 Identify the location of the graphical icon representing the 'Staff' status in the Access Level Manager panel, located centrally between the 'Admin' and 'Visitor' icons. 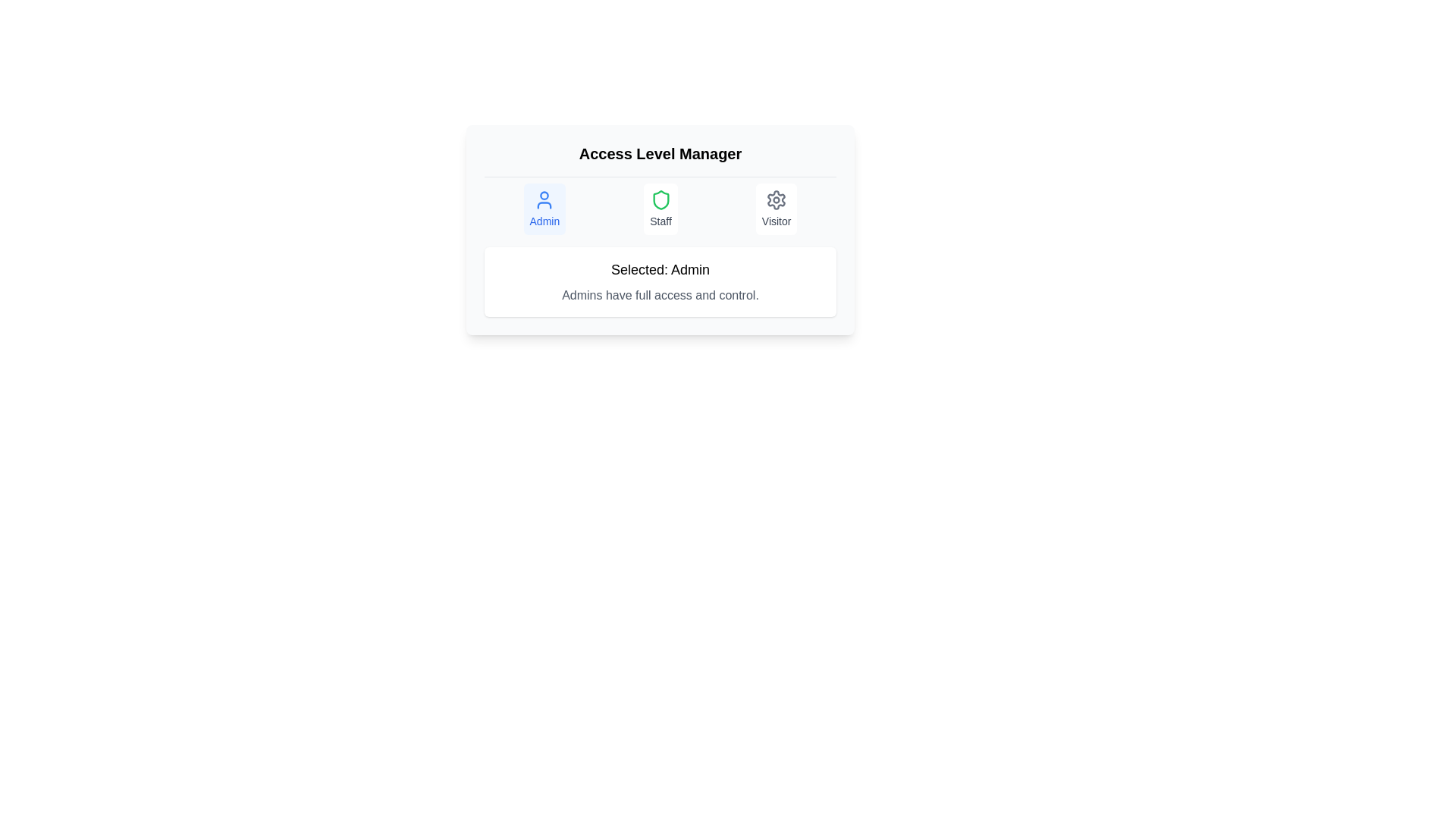
(661, 199).